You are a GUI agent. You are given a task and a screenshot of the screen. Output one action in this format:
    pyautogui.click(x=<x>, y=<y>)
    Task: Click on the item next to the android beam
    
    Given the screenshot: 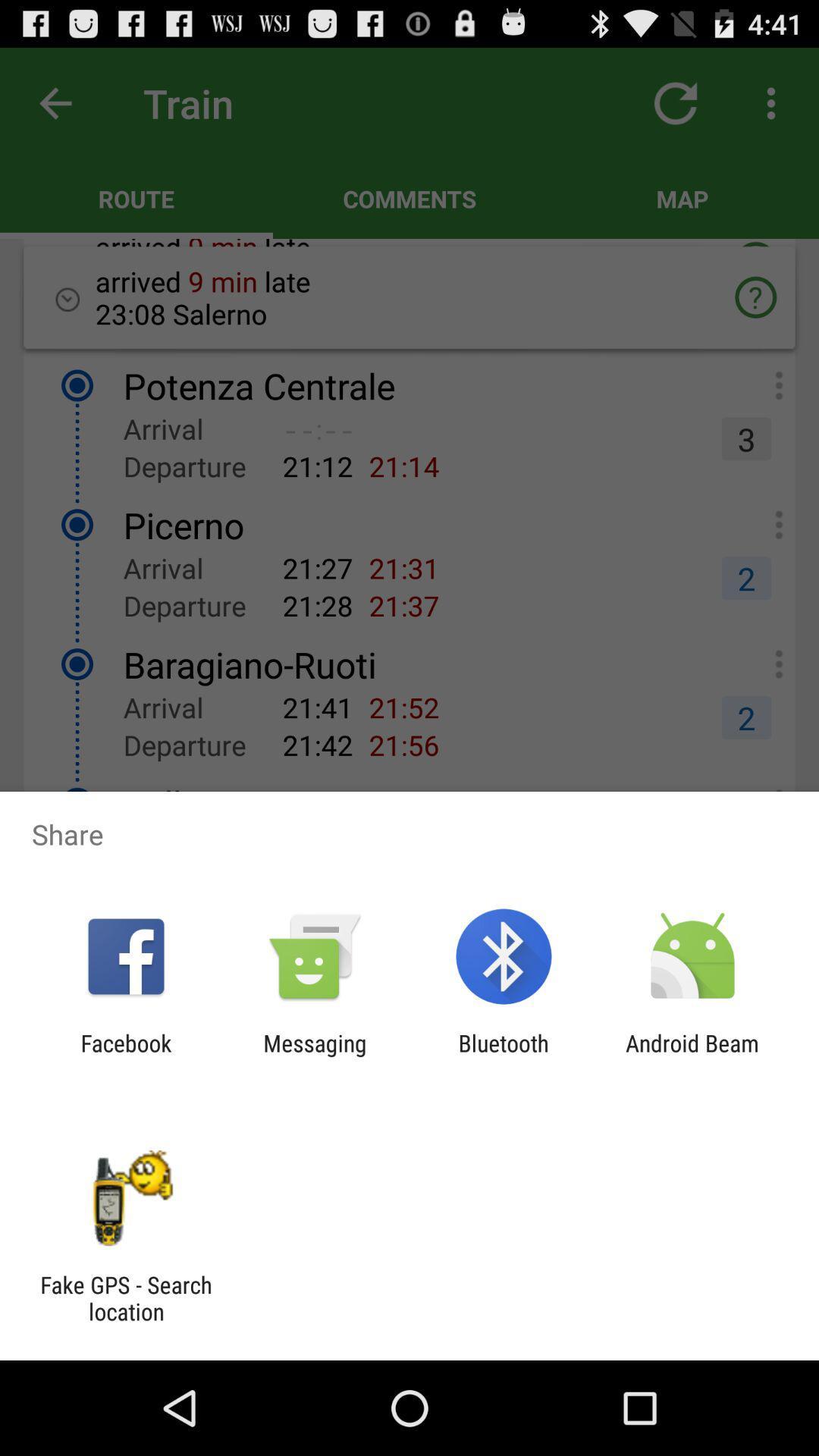 What is the action you would take?
    pyautogui.click(x=504, y=1056)
    